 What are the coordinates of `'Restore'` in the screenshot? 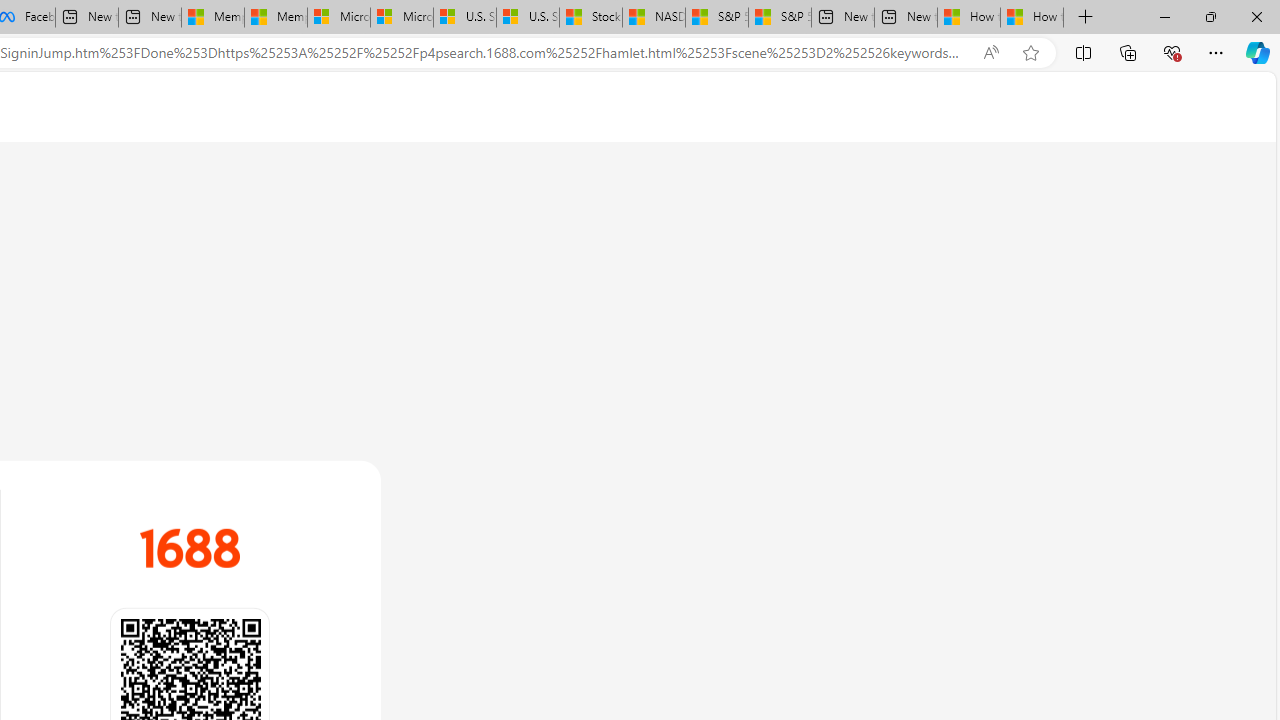 It's located at (1209, 16).